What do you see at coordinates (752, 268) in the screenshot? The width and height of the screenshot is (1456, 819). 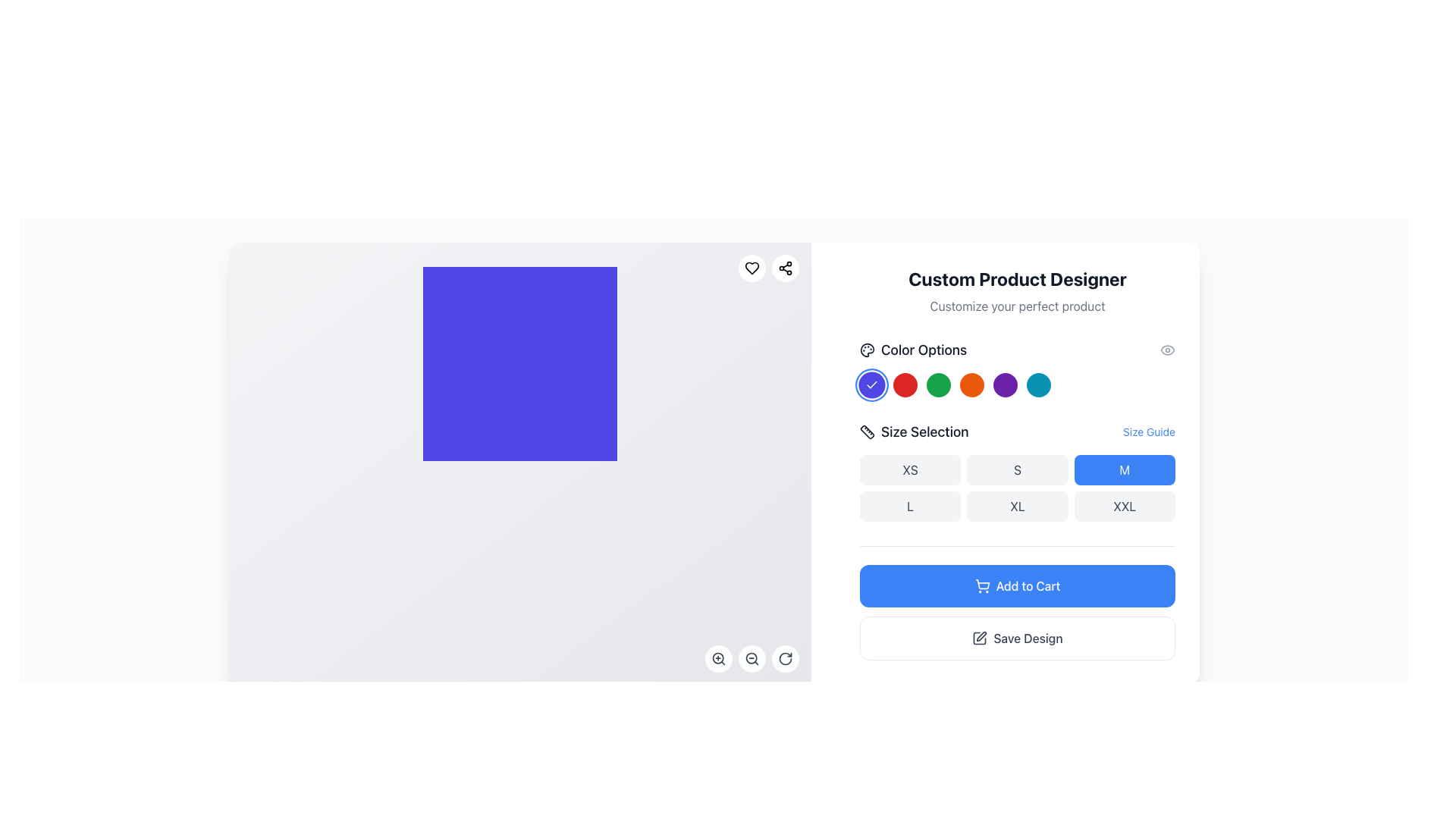 I see `the small circular button with a white background and a black heart icon, located in the top-right corner of the content area` at bounding box center [752, 268].